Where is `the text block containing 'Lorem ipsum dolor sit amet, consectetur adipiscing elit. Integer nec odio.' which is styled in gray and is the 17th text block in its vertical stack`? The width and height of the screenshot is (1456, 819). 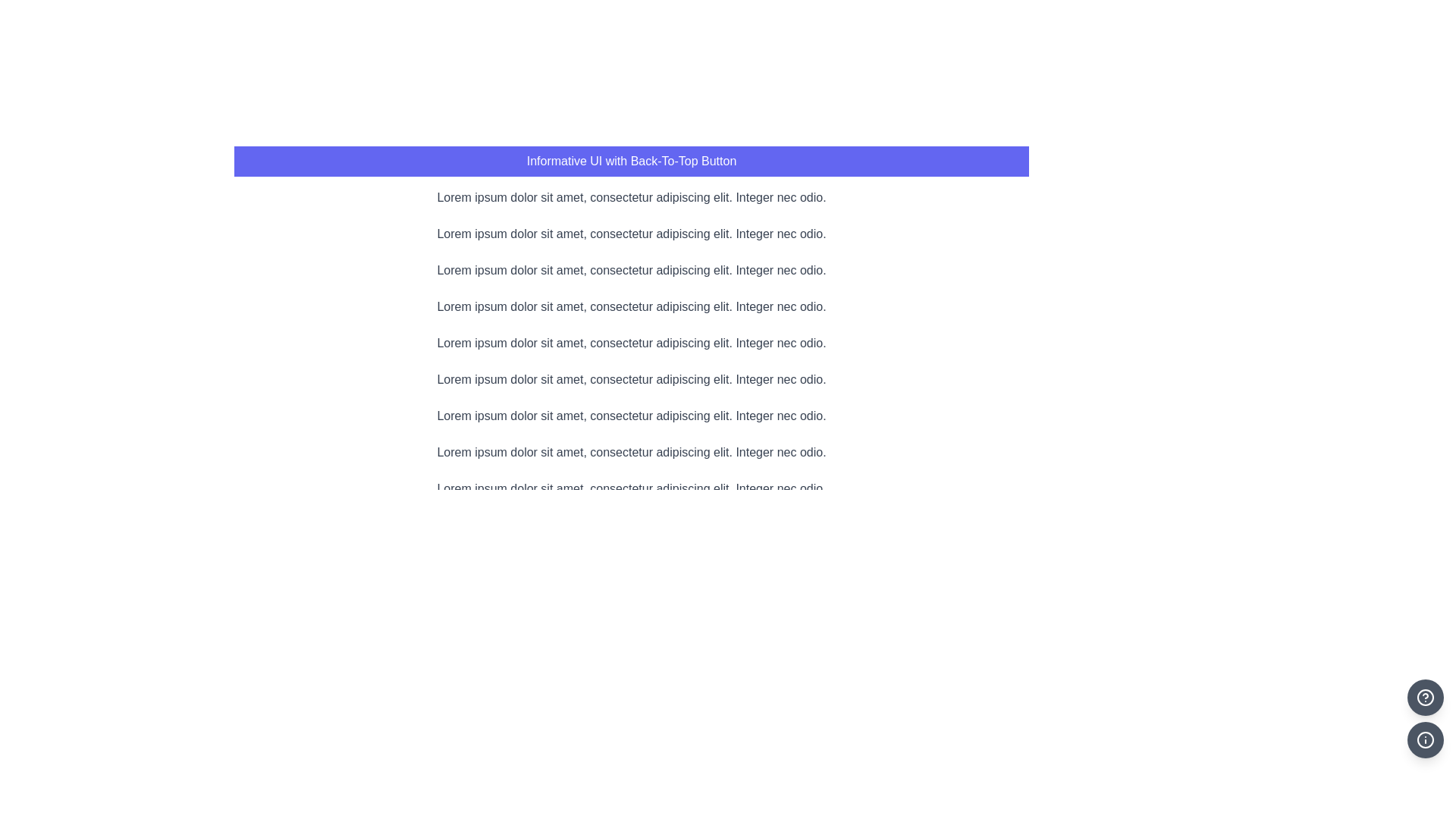
the text block containing 'Lorem ipsum dolor sit amet, consectetur adipiscing elit. Integer nec odio.' which is styled in gray and is the 17th text block in its vertical stack is located at coordinates (632, 780).